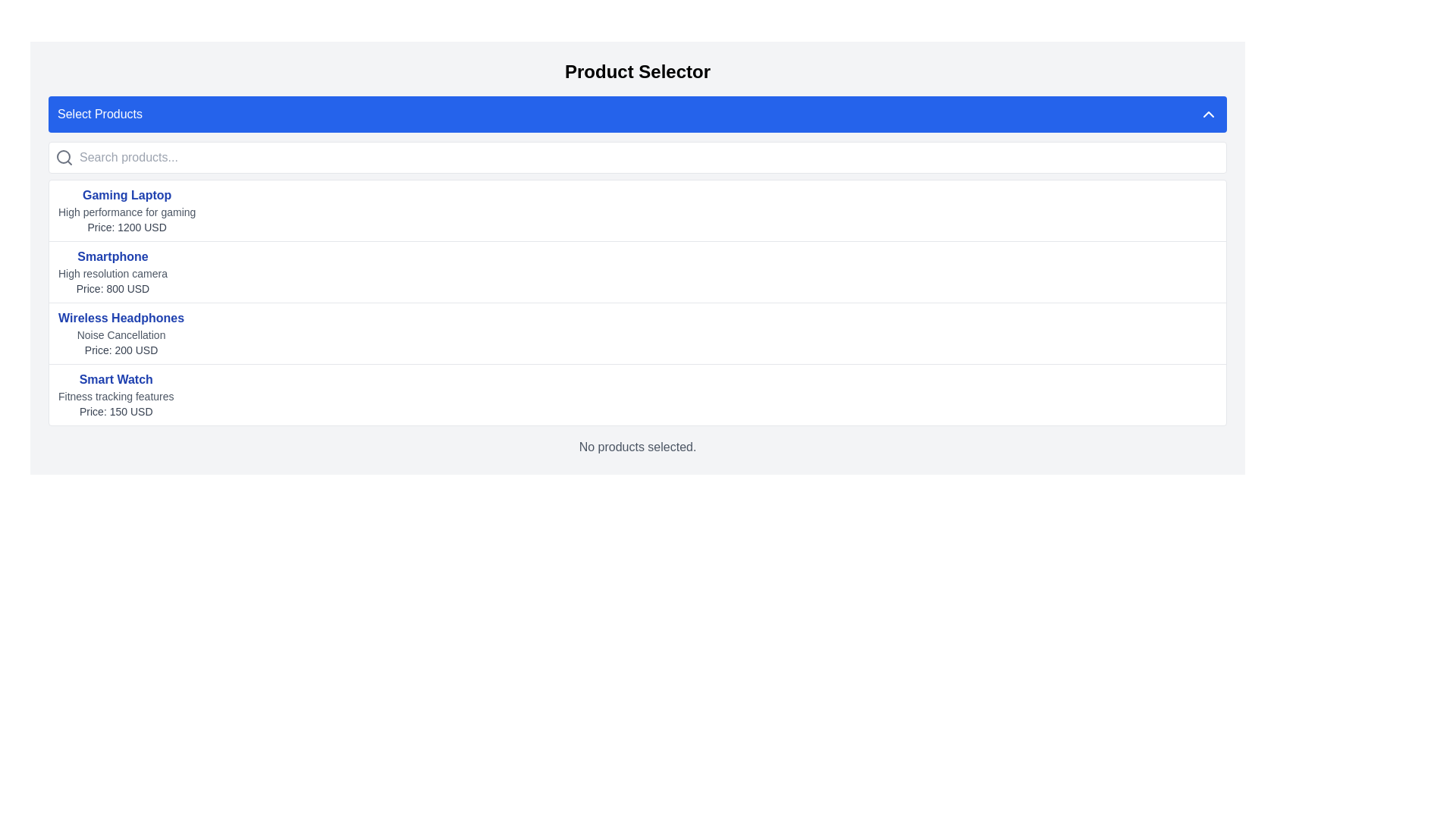  Describe the element at coordinates (111, 274) in the screenshot. I see `the static text that provides additional descriptive information about the 'Smartphone' product, specifically indicating the feature 'High resolution camera.'` at that location.